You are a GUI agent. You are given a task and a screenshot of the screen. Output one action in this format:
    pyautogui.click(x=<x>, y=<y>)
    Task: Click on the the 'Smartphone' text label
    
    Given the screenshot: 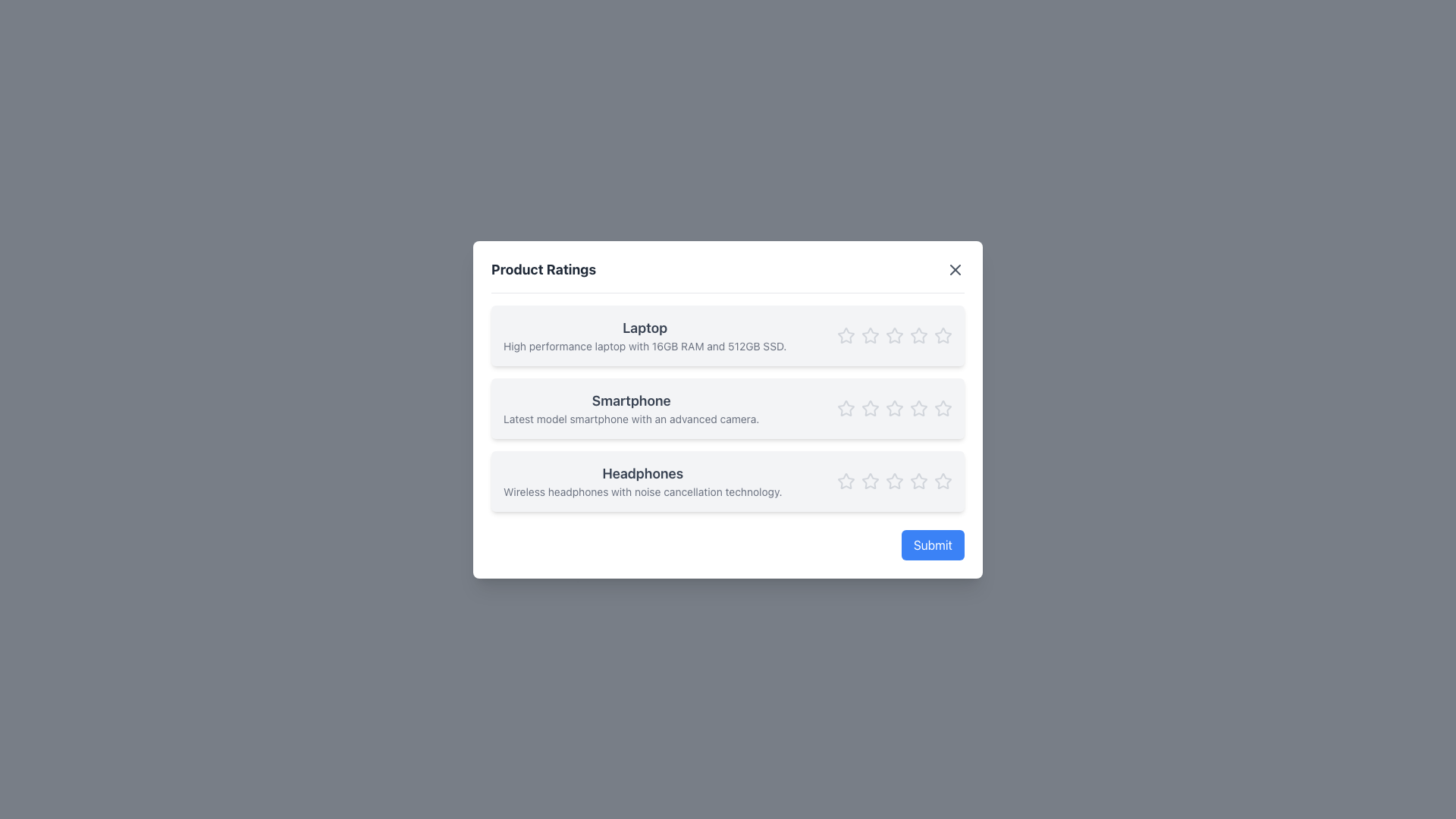 What is the action you would take?
    pyautogui.click(x=631, y=400)
    